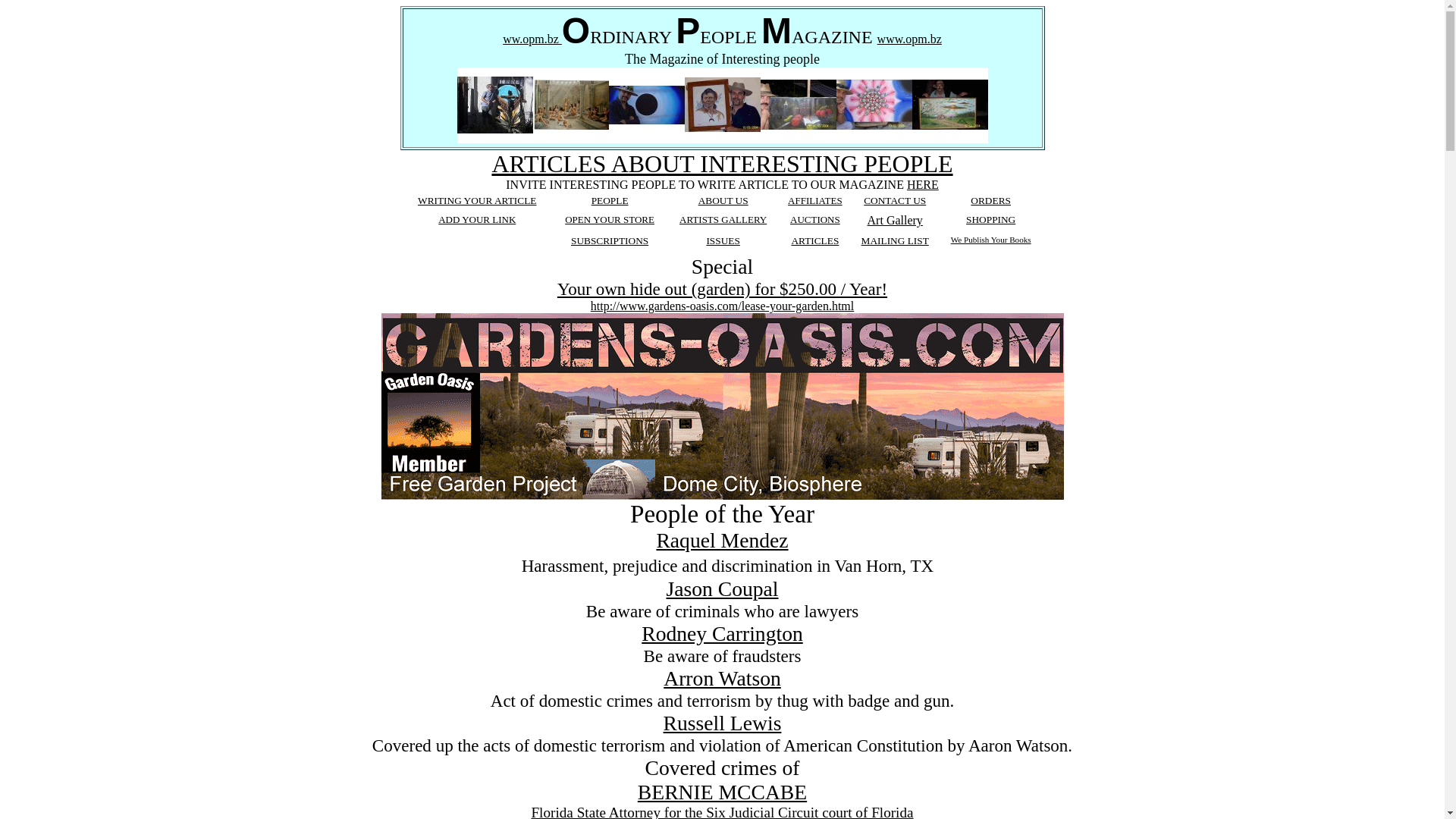  What do you see at coordinates (909, 38) in the screenshot?
I see `'www.opm.bz'` at bounding box center [909, 38].